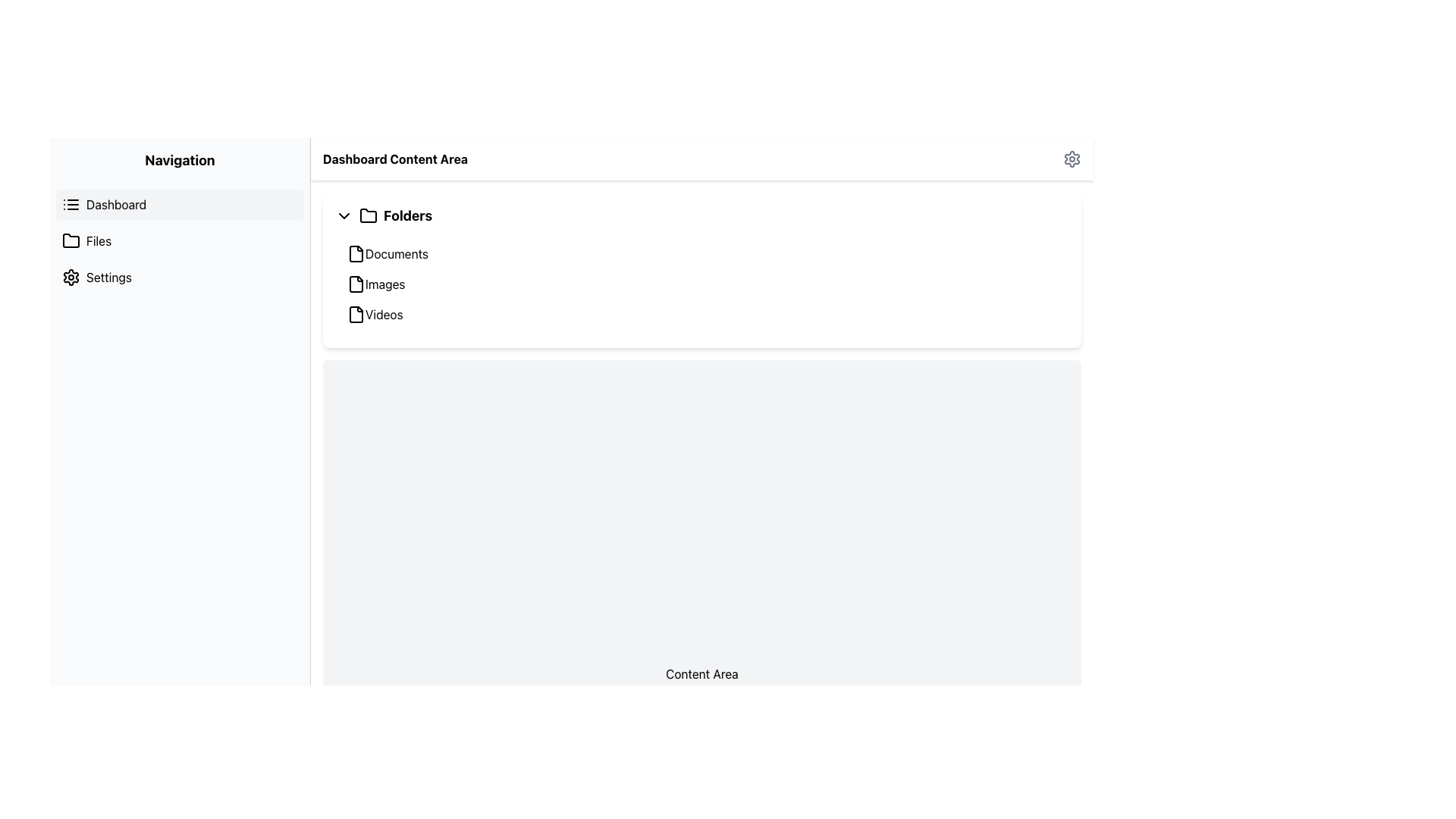 Image resolution: width=1456 pixels, height=819 pixels. I want to click on title of the 'Folders' section label, which is positioned below the 'Dashboard Content Area' heading and to the right of the folder icon, so click(408, 216).